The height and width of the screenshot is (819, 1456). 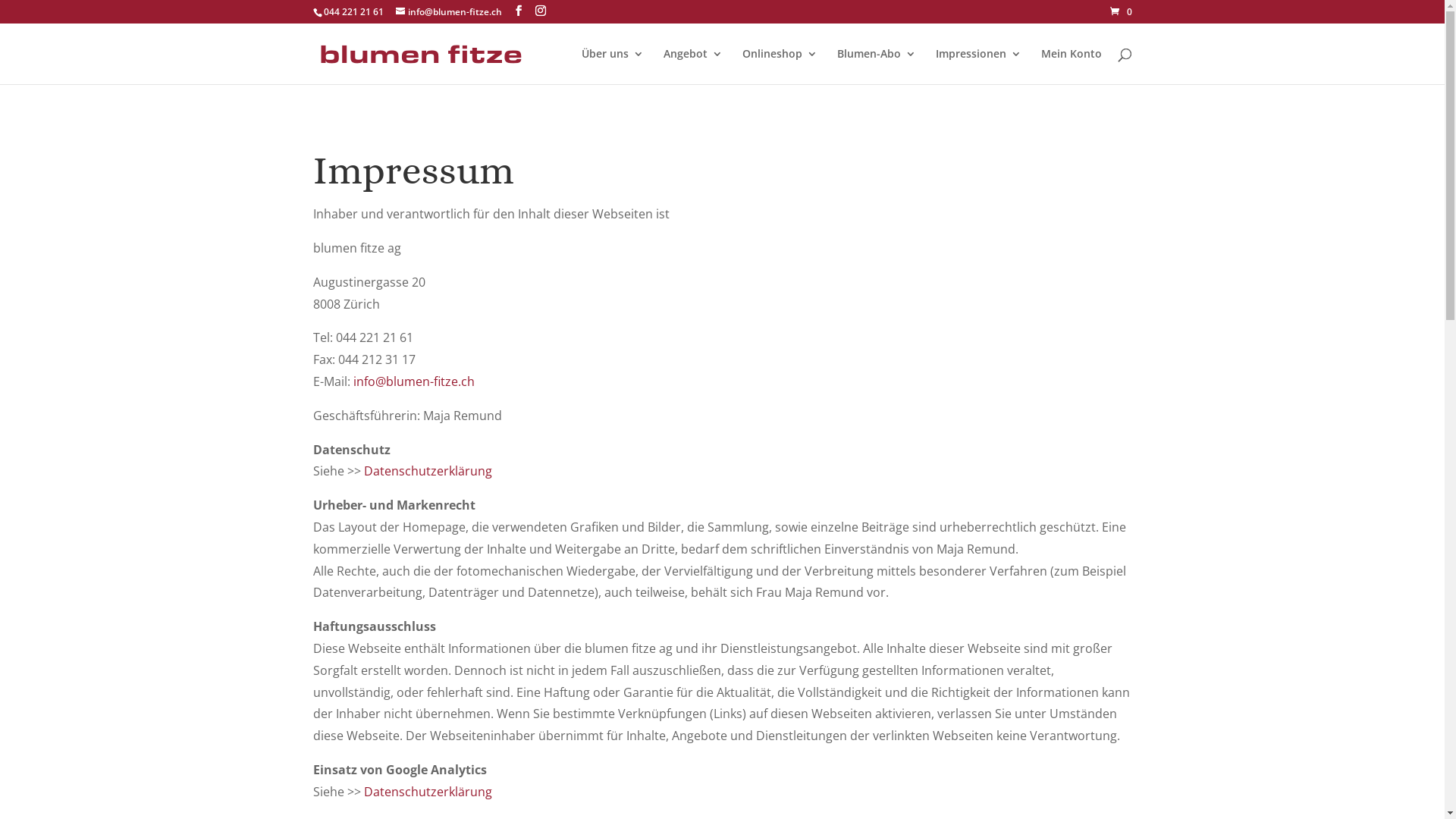 I want to click on 'Impressionen', so click(x=978, y=65).